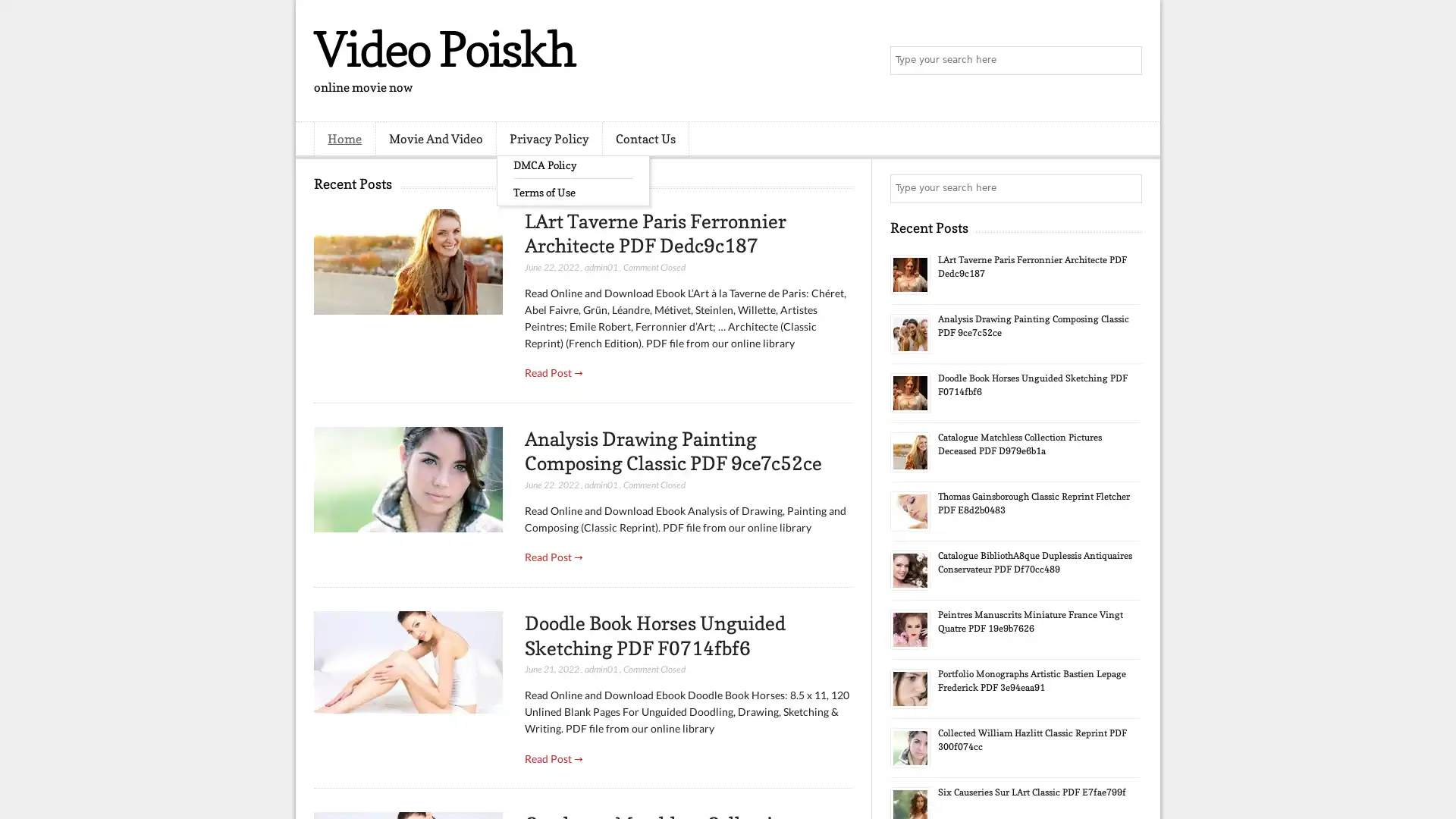 This screenshot has height=819, width=1456. Describe the element at coordinates (1126, 61) in the screenshot. I see `Search` at that location.